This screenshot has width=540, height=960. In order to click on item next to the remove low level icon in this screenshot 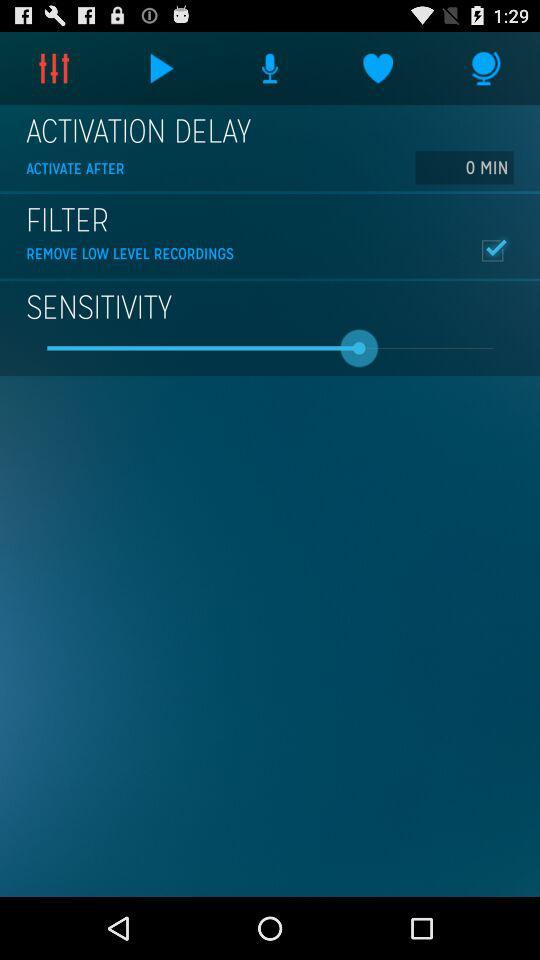, I will do `click(491, 249)`.